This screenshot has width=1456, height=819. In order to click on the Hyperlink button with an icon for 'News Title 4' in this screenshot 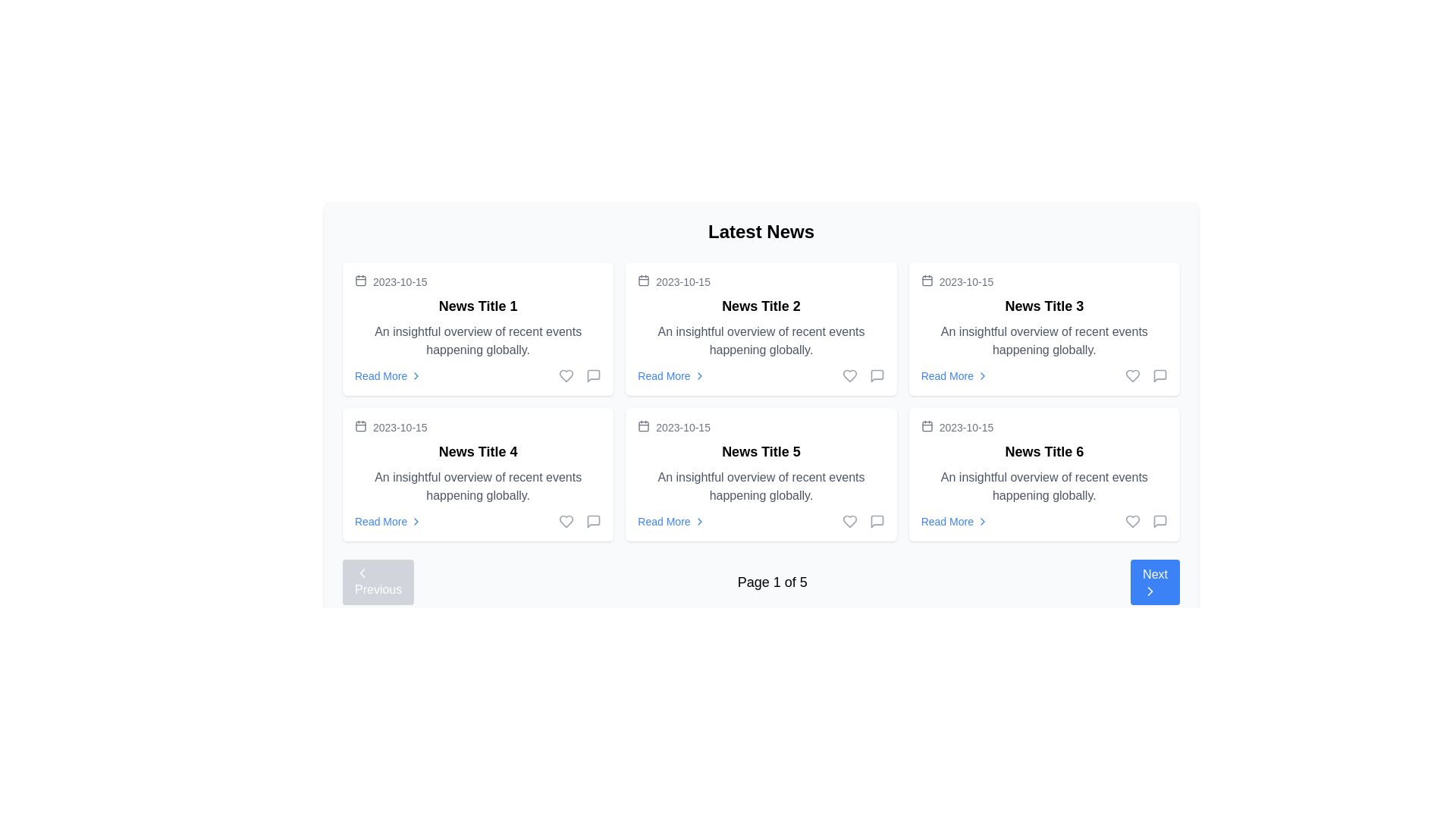, I will do `click(388, 520)`.